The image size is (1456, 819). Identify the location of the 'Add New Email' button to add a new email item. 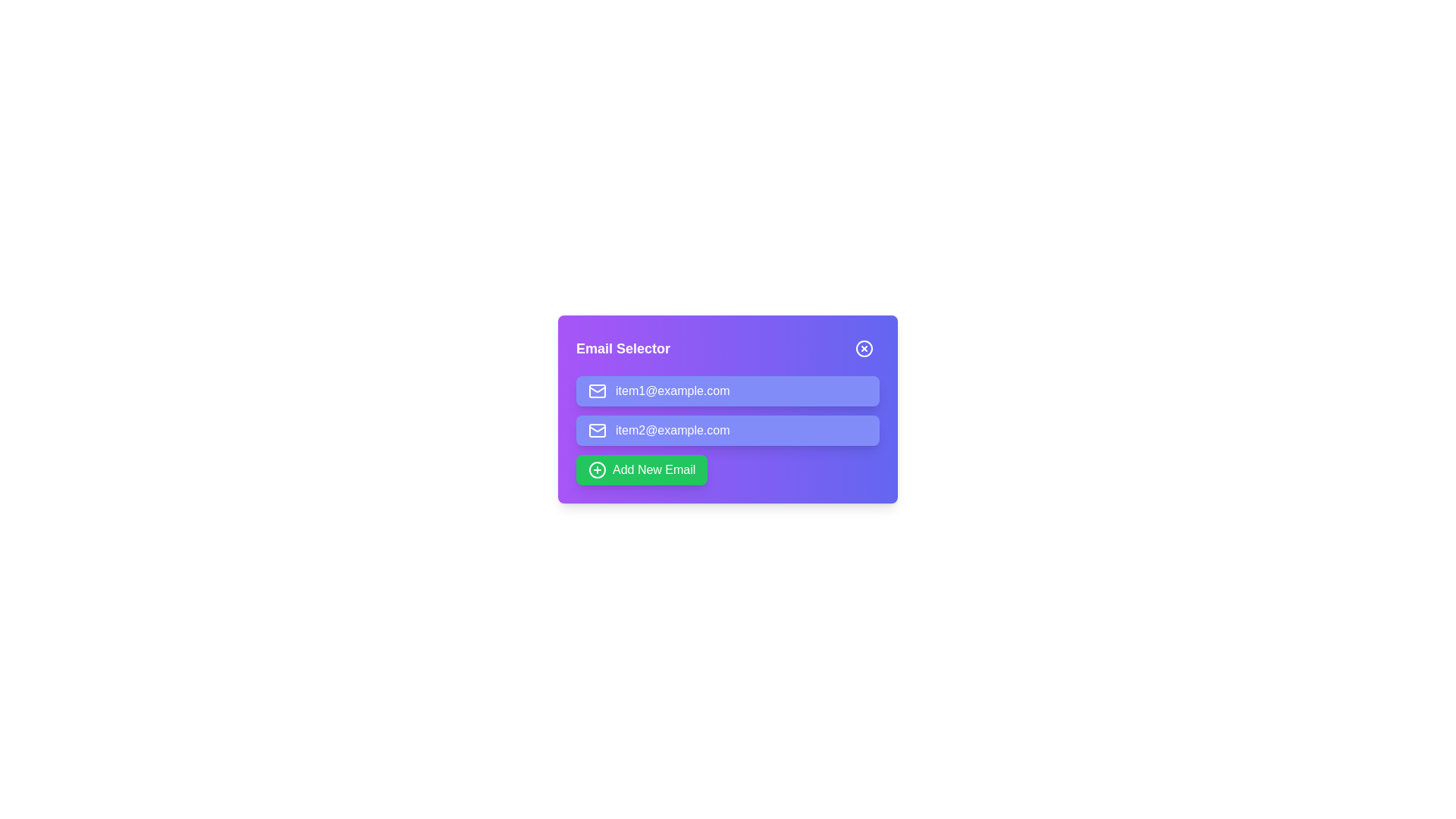
(641, 469).